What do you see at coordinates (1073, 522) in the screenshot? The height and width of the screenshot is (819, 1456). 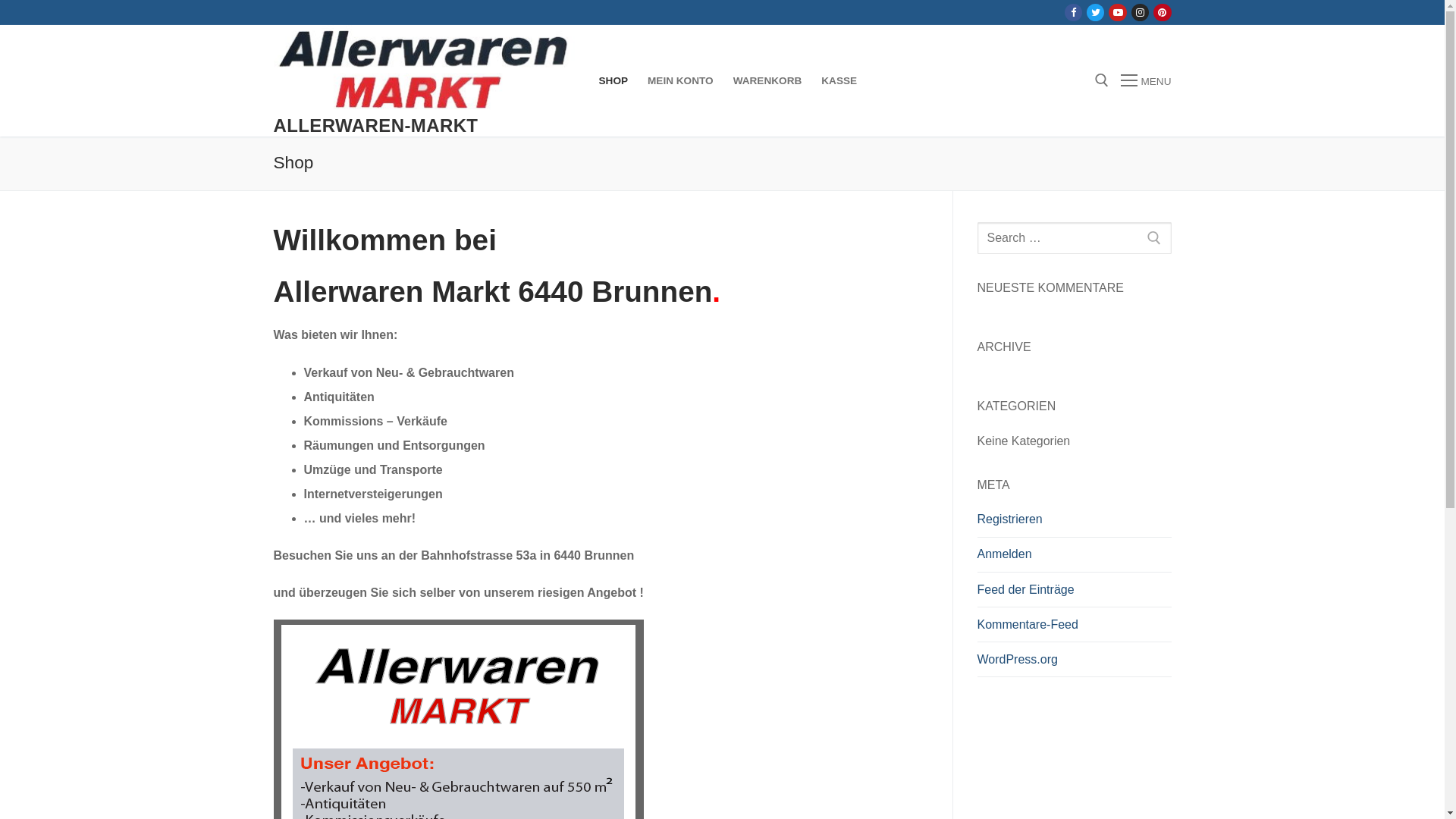 I see `'Registrieren'` at bounding box center [1073, 522].